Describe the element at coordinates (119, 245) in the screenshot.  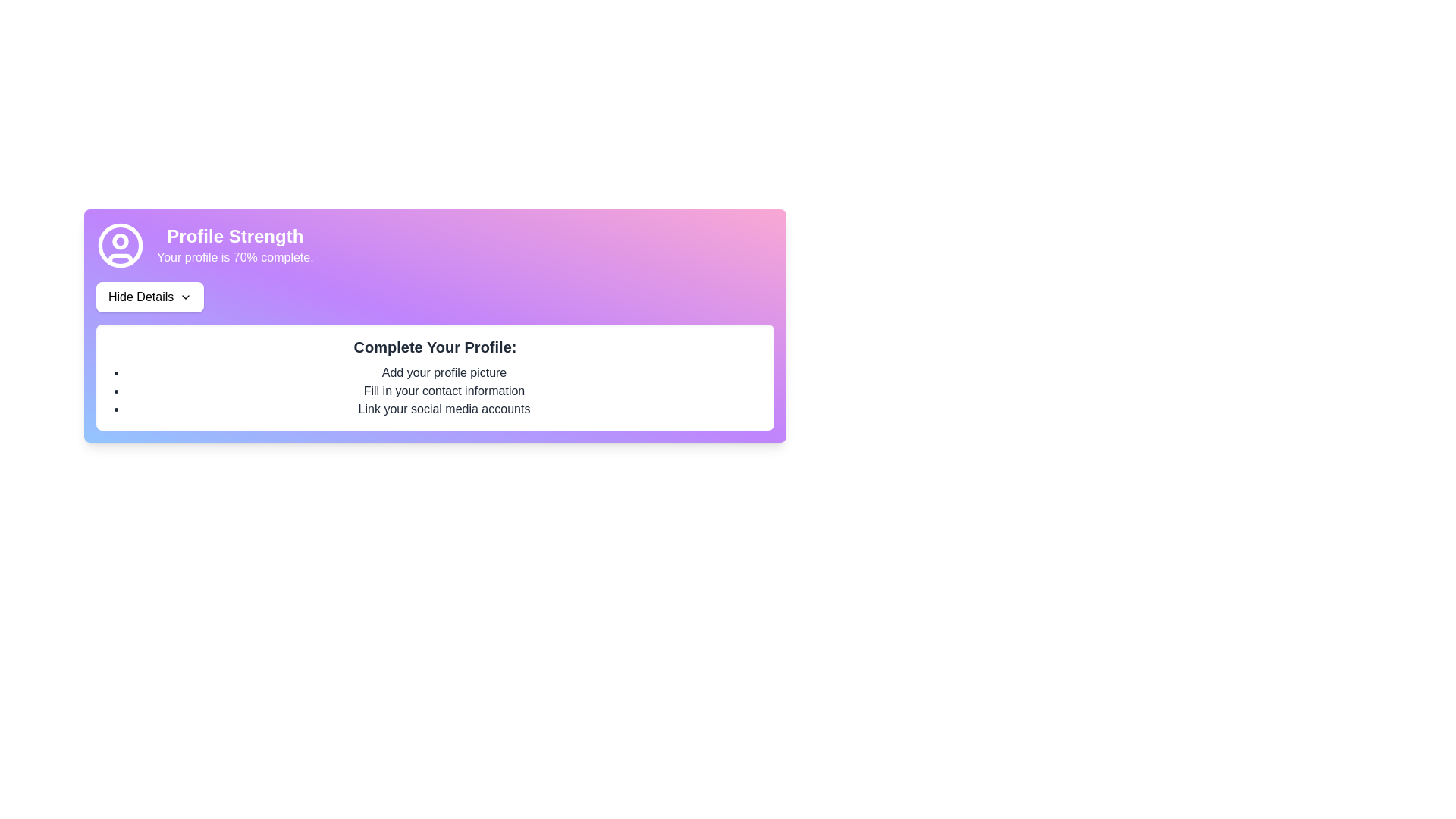
I see `the outer circular boundary of the user profile icon, which is centered in the profile section of the card, located above the 'Profile Strength' text and to the left of the progress information text` at that location.